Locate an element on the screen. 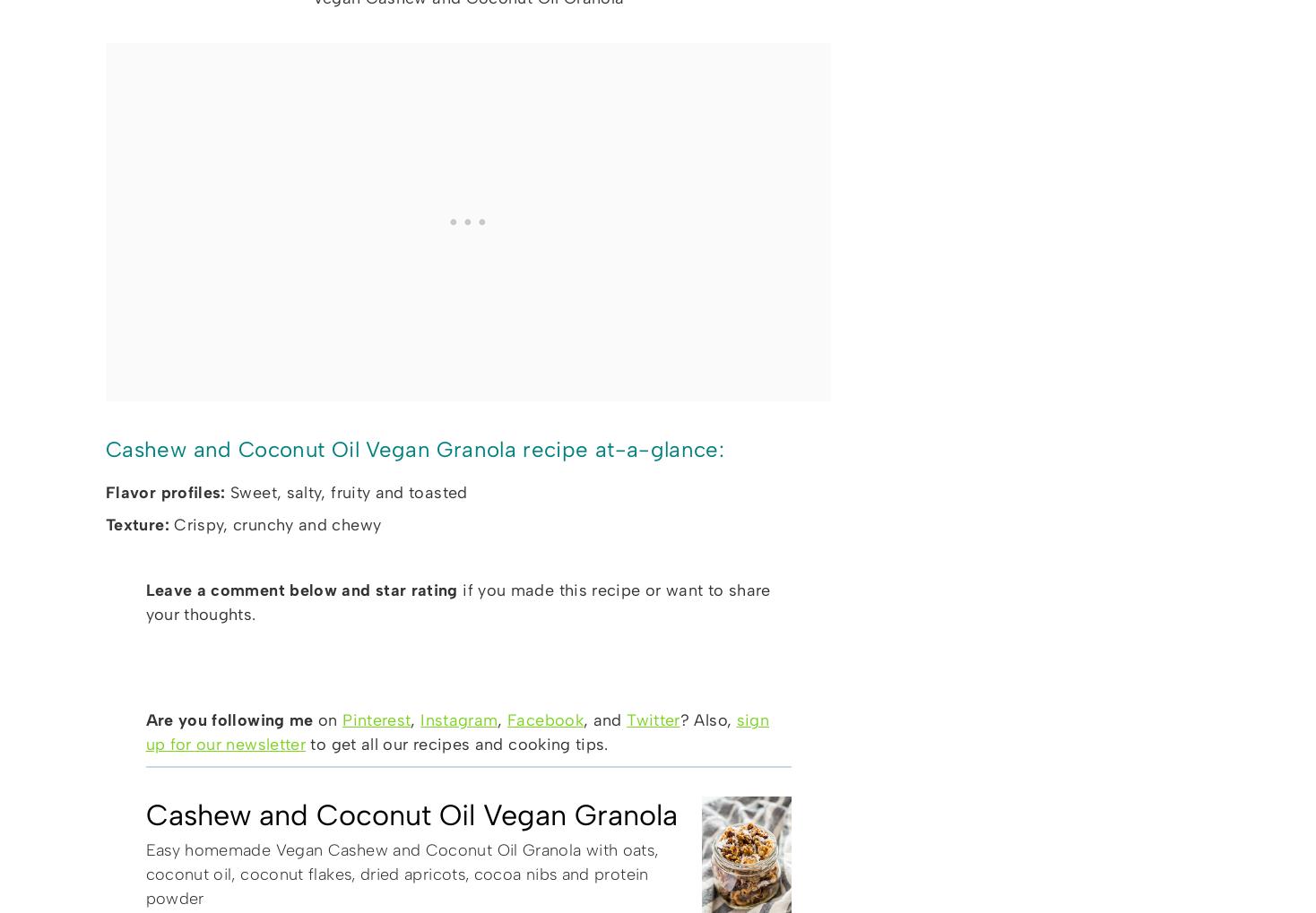 Image resolution: width=1316 pixels, height=913 pixels. 'Texture:' is located at coordinates (135, 524).